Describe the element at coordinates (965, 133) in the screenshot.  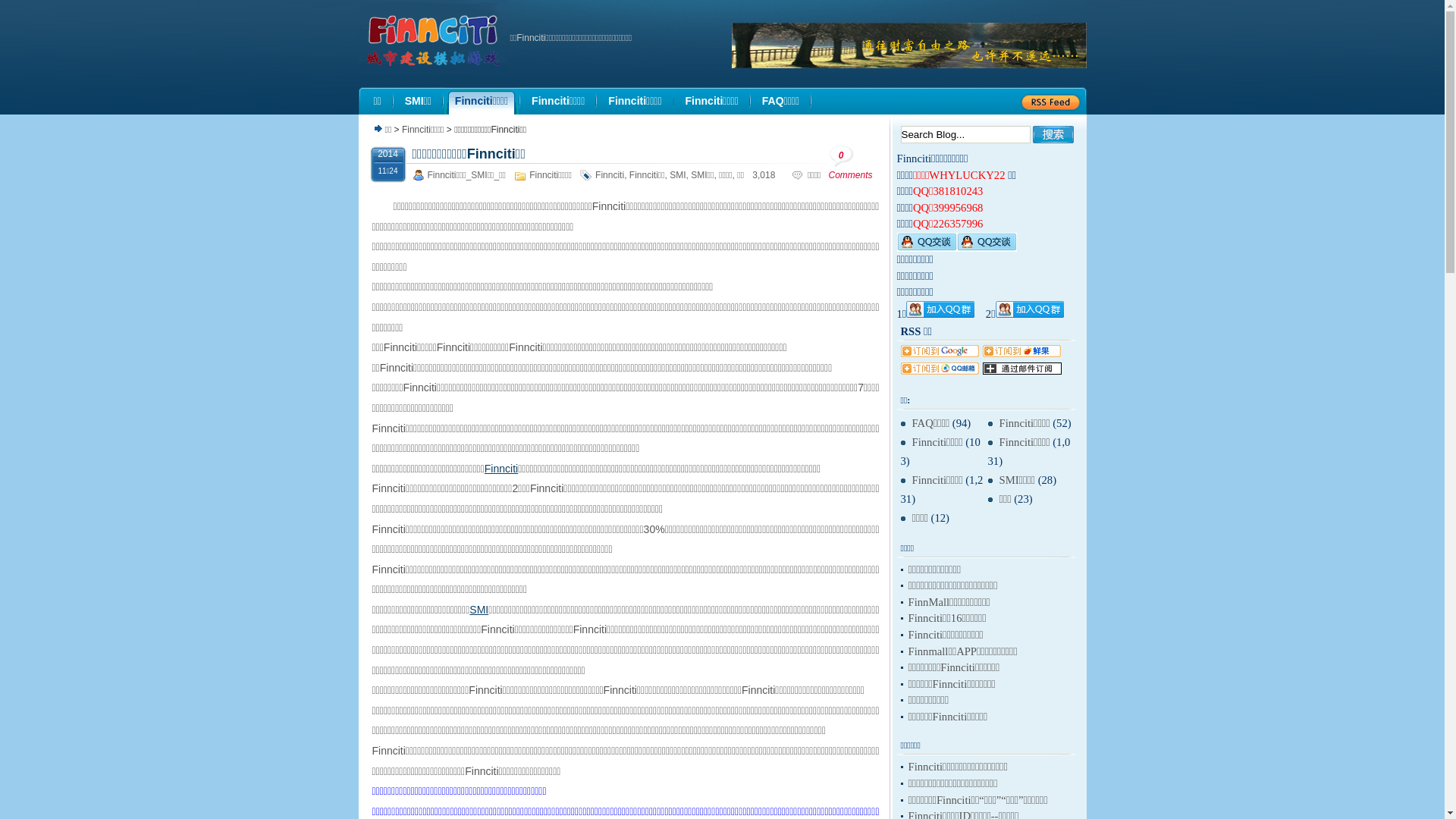
I see `'Search Blog...'` at that location.